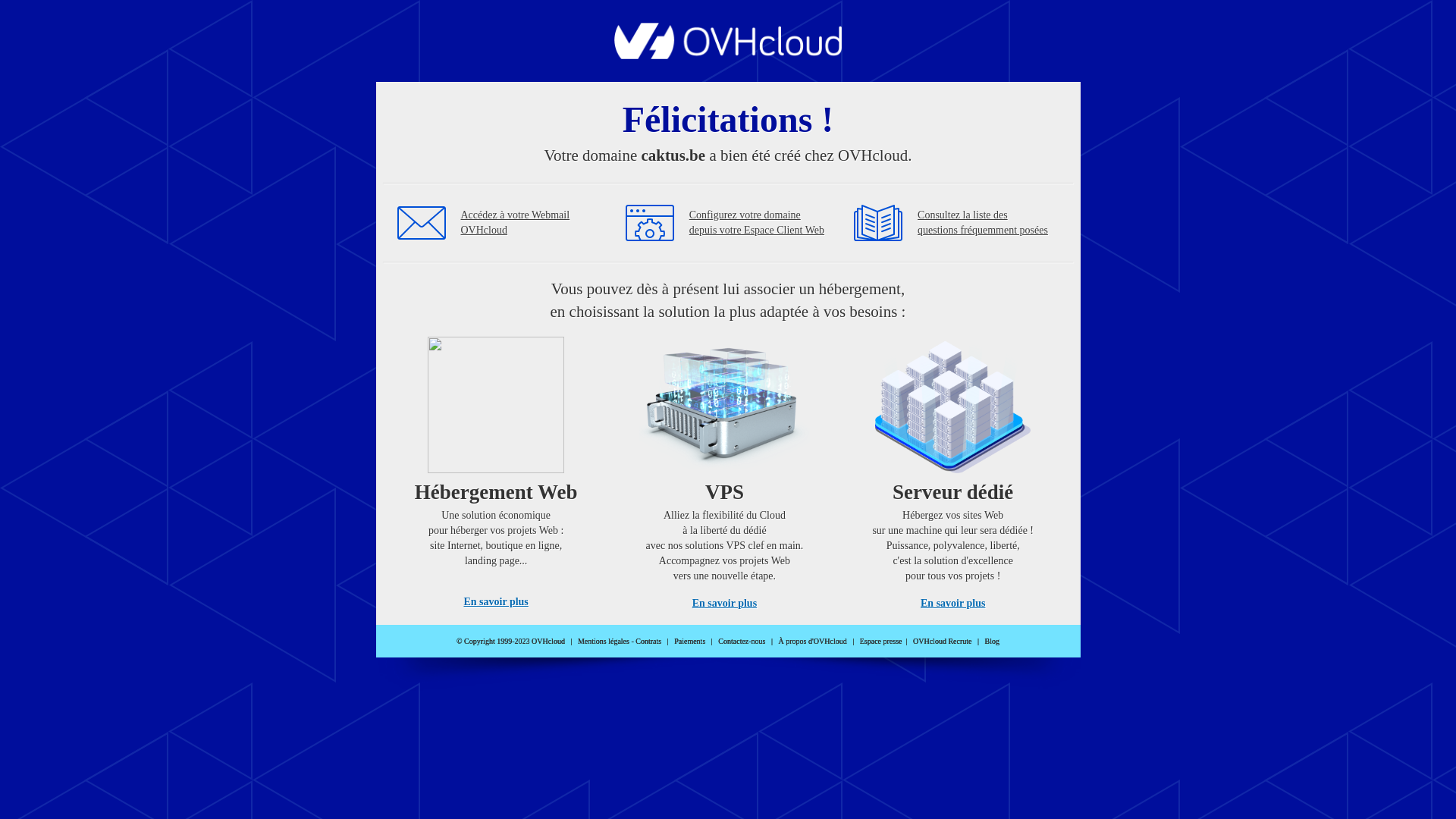 The width and height of the screenshot is (1456, 819). I want to click on 'En savoir plus', so click(952, 602).